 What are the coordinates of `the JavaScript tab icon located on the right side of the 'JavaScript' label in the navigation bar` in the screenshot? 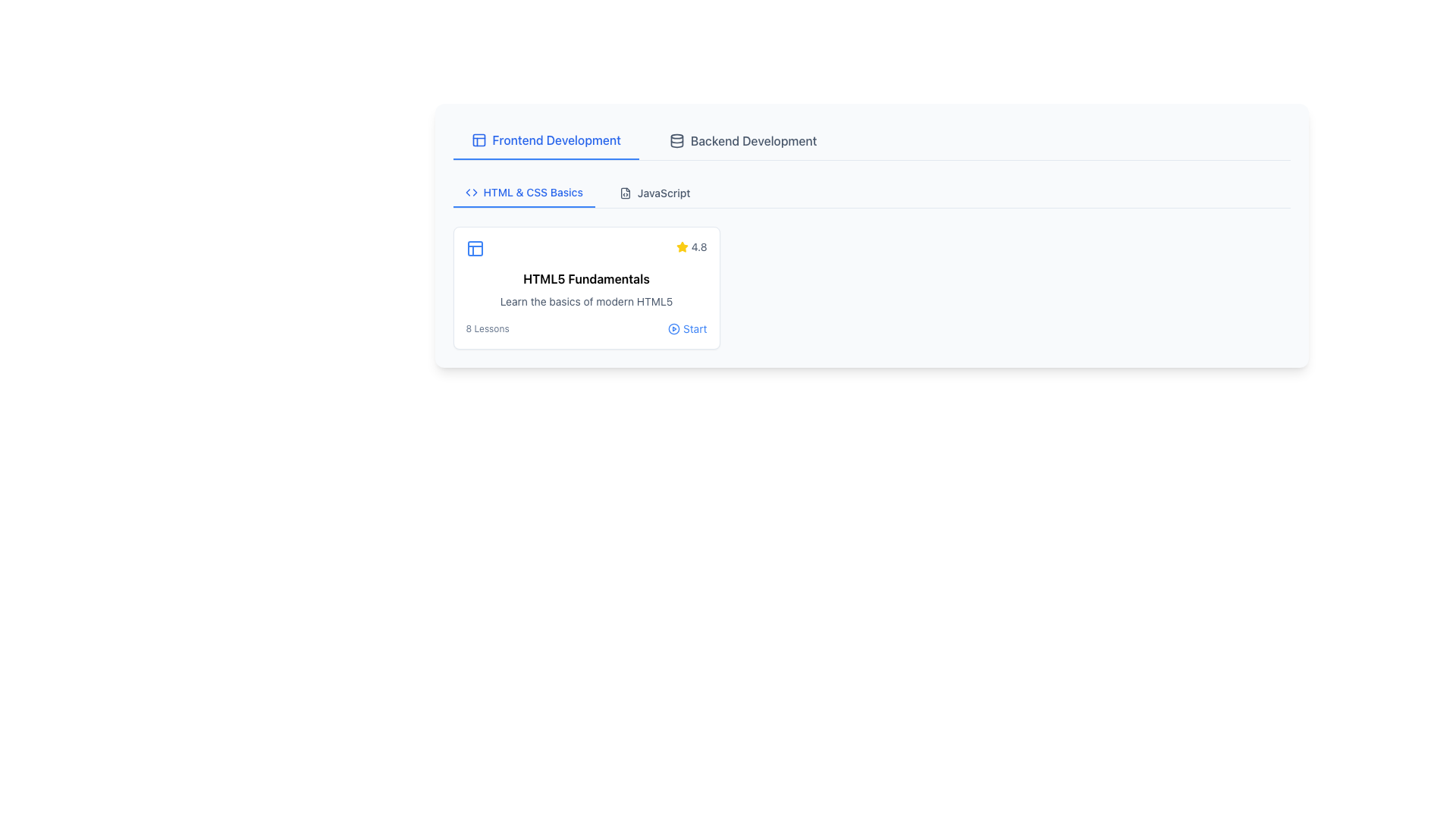 It's located at (625, 192).